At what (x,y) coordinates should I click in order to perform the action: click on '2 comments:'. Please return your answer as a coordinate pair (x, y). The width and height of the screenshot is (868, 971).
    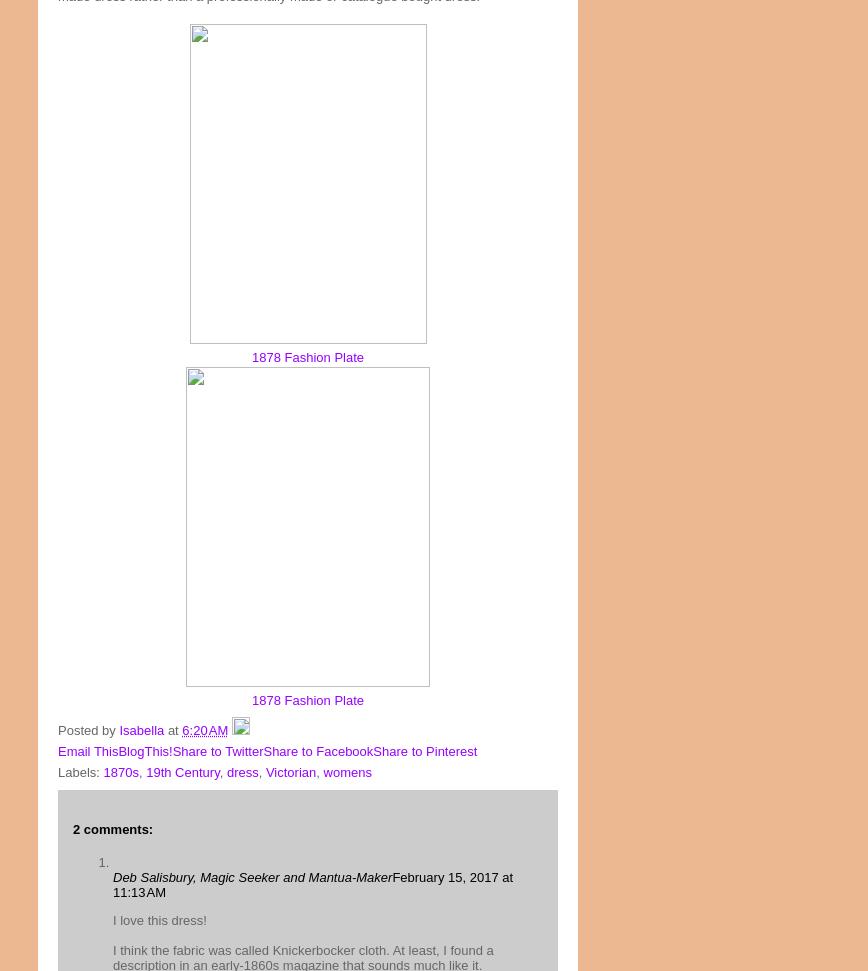
    Looking at the image, I should click on (72, 828).